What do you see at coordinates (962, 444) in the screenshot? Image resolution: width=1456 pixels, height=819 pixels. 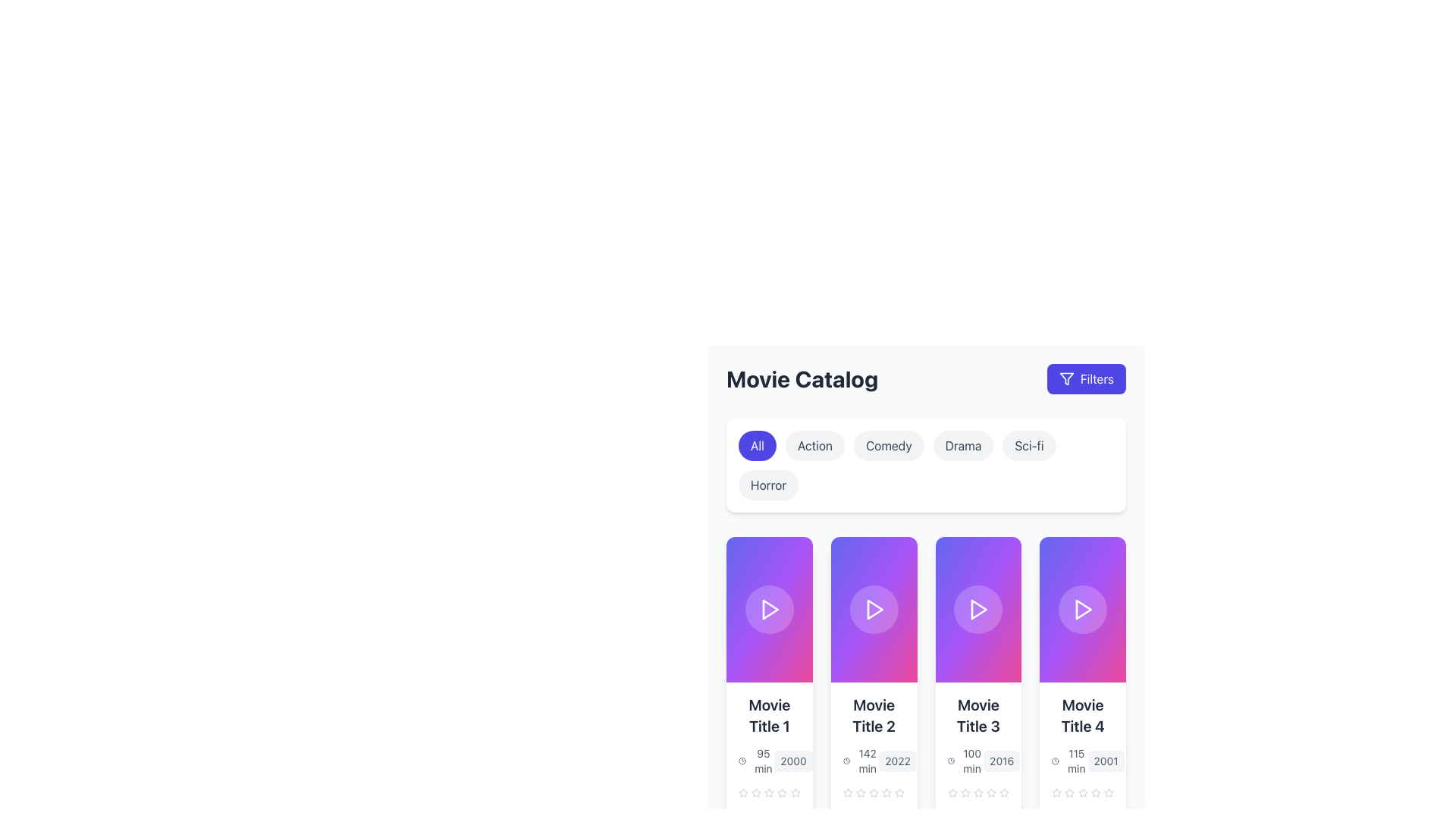 I see `the 'Drama' button, which is a rounded, pill-shaped button with dark gray text on a light gray background, to filter the movie catalog by Drama` at bounding box center [962, 444].